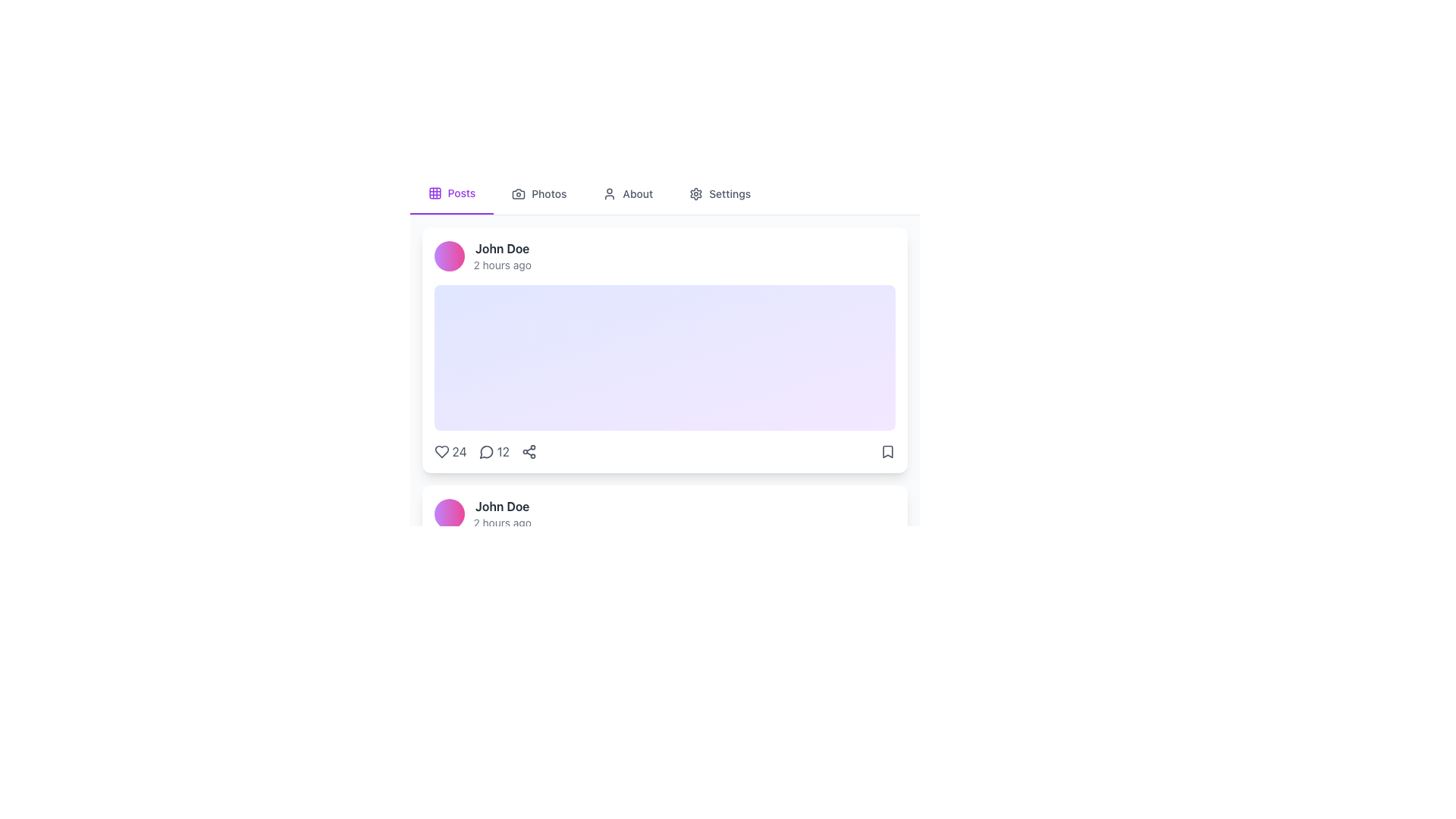 This screenshot has width=1456, height=819. Describe the element at coordinates (434, 192) in the screenshot. I see `the SVG icon resembling a 3x3 grid located to the left of the 'Posts' label in the tab bar at the top of the interface` at that location.